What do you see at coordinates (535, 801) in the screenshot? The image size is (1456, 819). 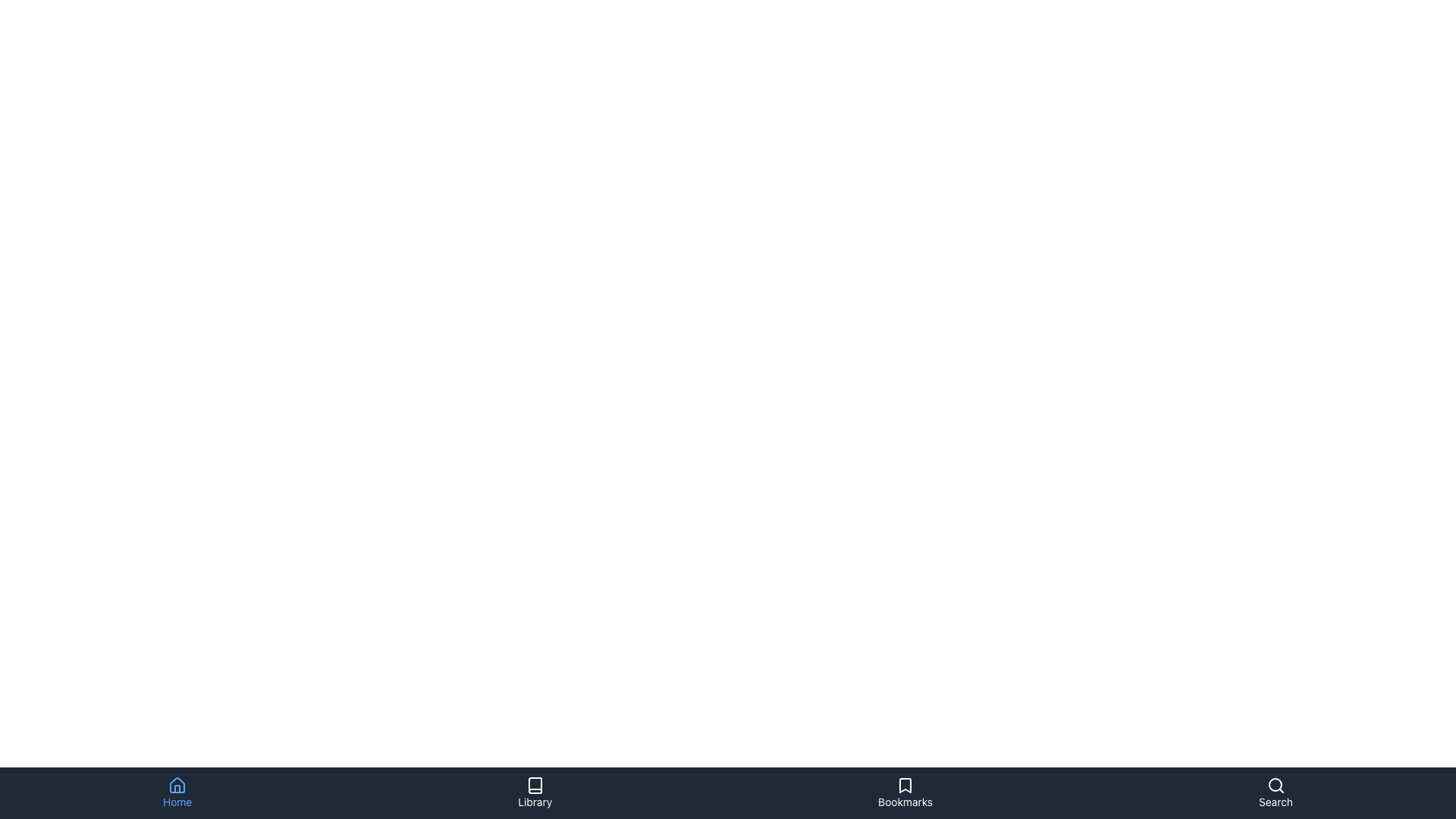 I see `the 'Library' label located below the SVG book icon in the bottom navigation bar` at bounding box center [535, 801].